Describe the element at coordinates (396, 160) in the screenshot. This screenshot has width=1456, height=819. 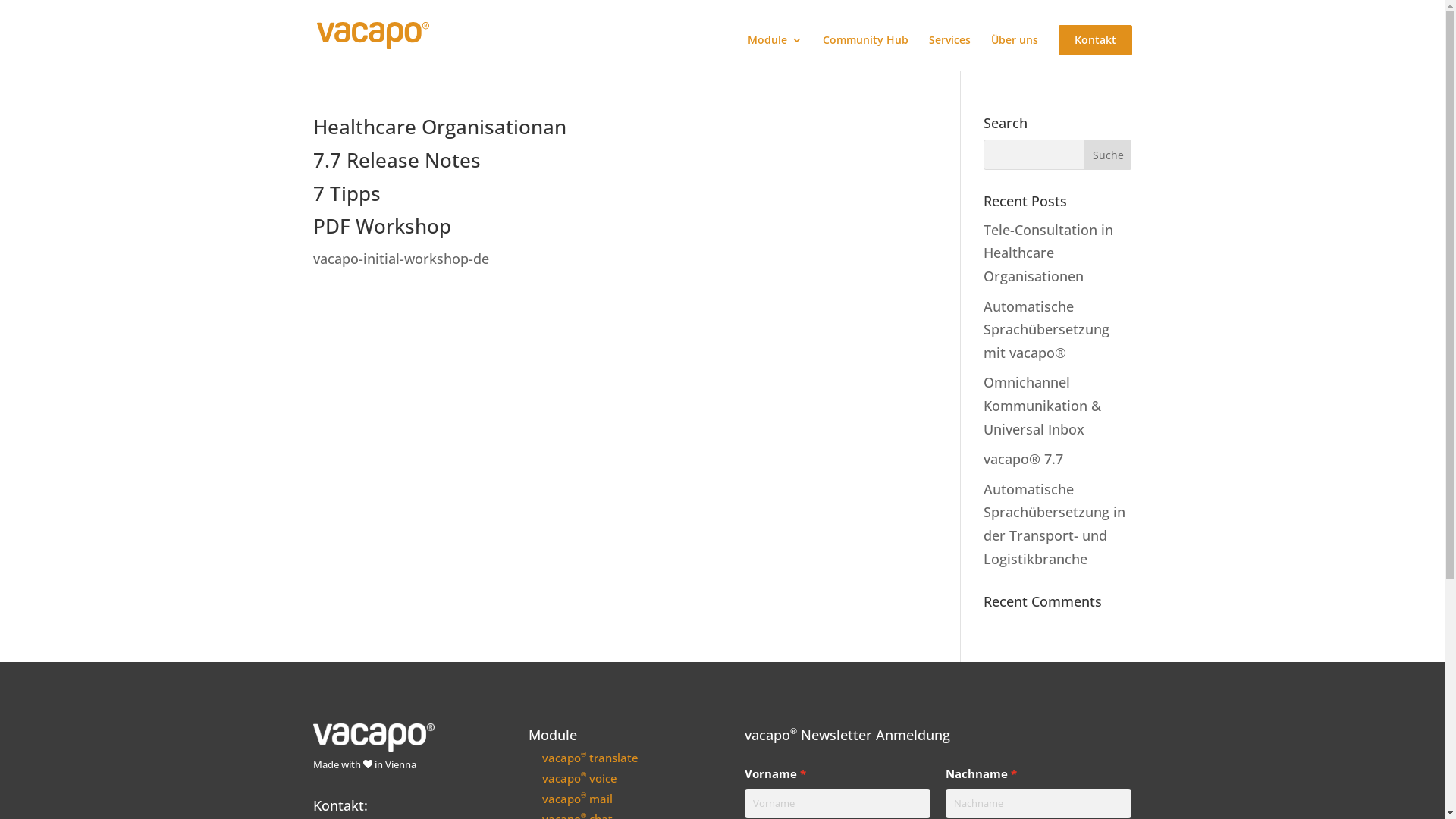
I see `'7.7 Release Notes'` at that location.